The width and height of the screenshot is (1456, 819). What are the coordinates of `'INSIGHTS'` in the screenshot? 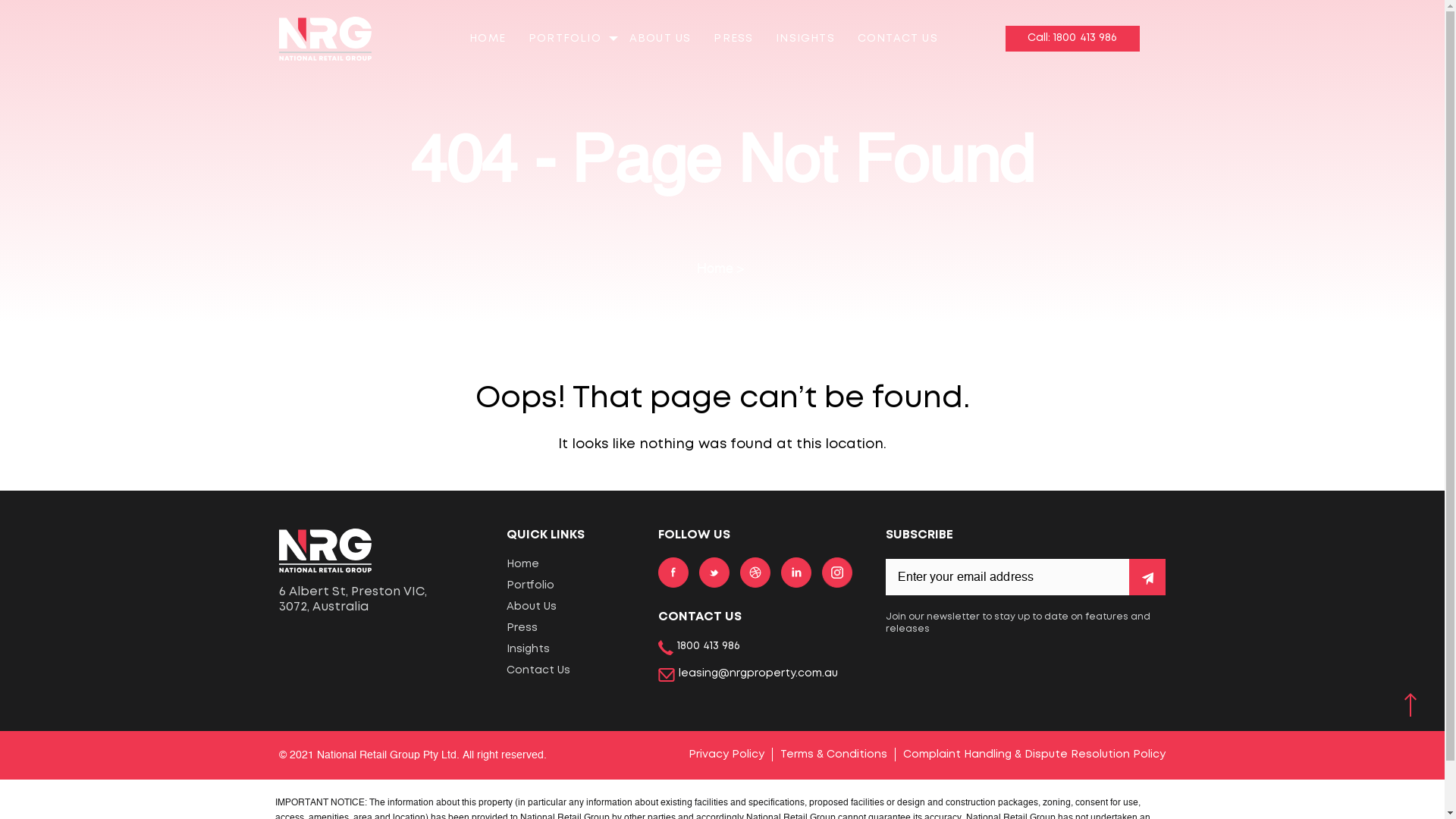 It's located at (804, 37).